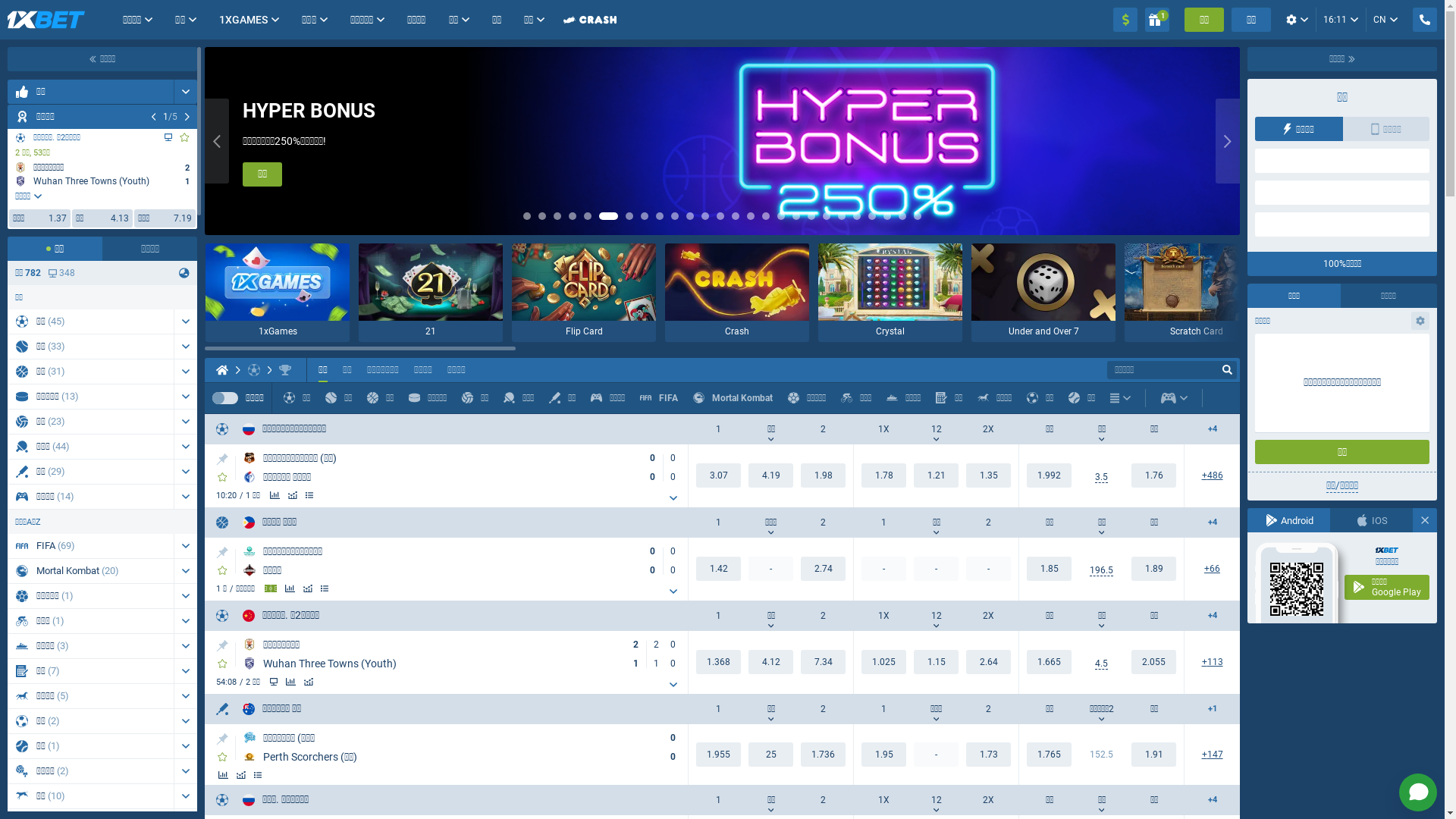 The width and height of the screenshot is (1456, 819). What do you see at coordinates (1153, 568) in the screenshot?
I see `'1.89'` at bounding box center [1153, 568].